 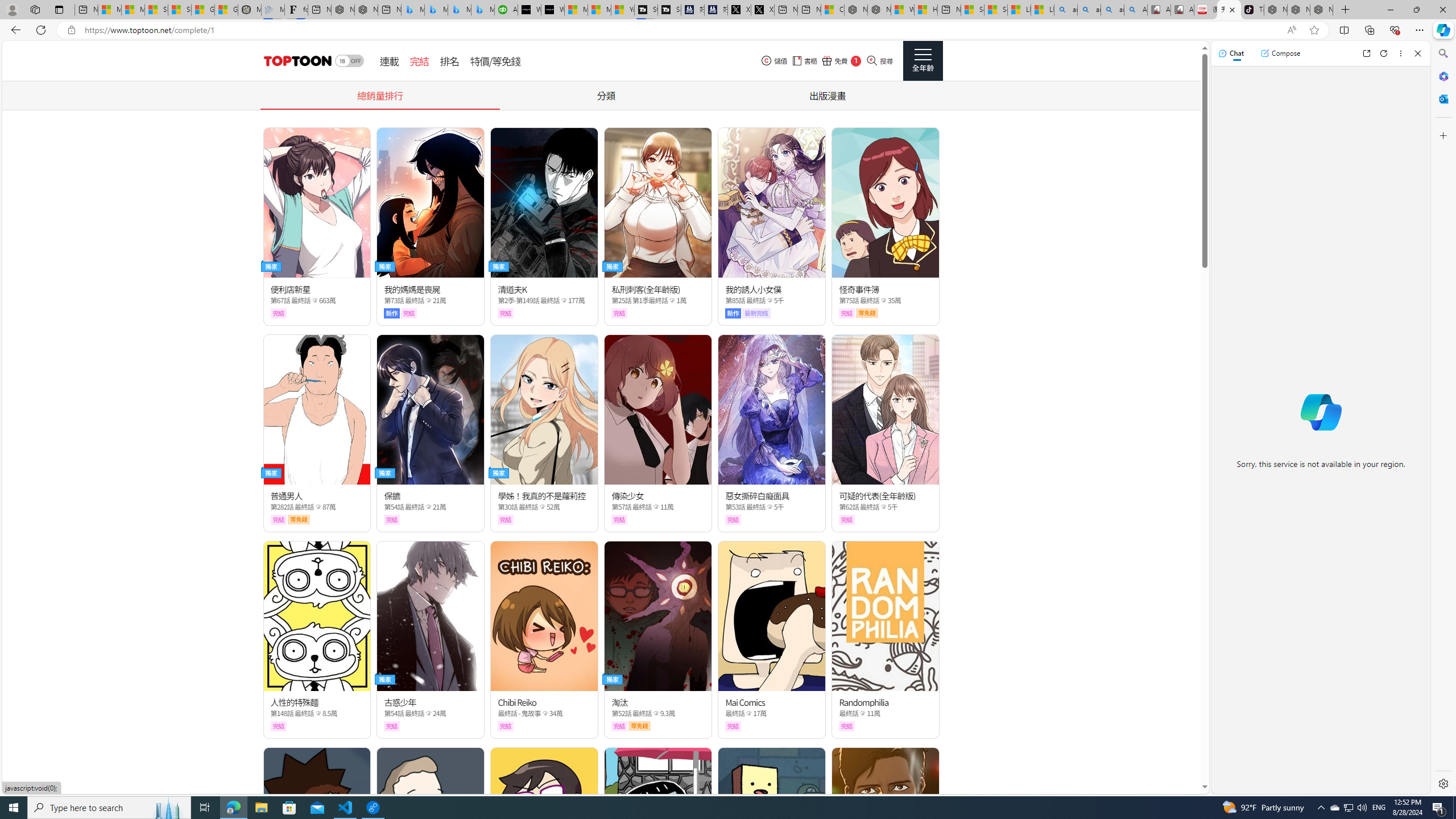 I want to click on 'Compose', so click(x=1280, y=52).